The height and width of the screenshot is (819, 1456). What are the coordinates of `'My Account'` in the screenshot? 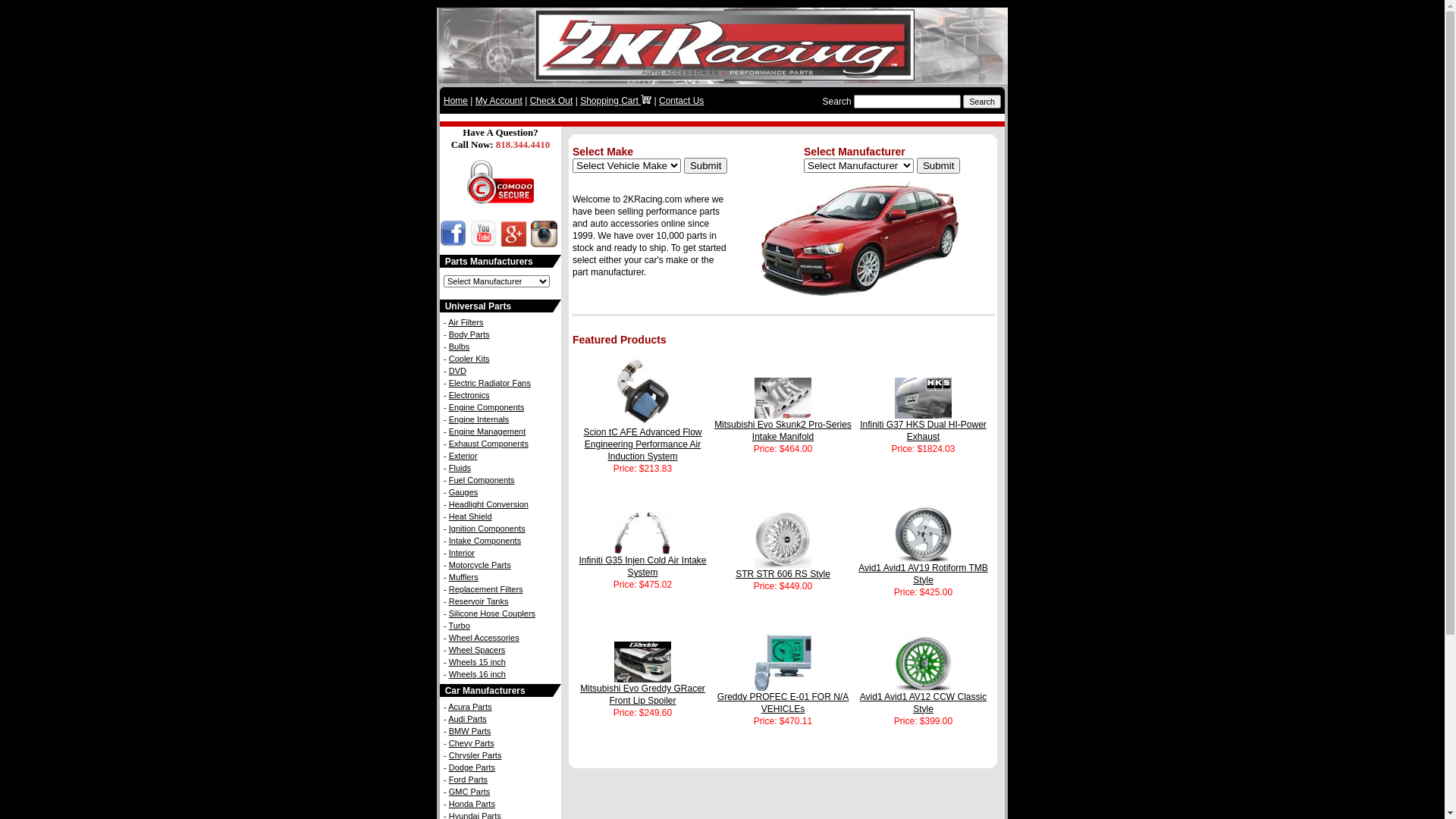 It's located at (475, 100).